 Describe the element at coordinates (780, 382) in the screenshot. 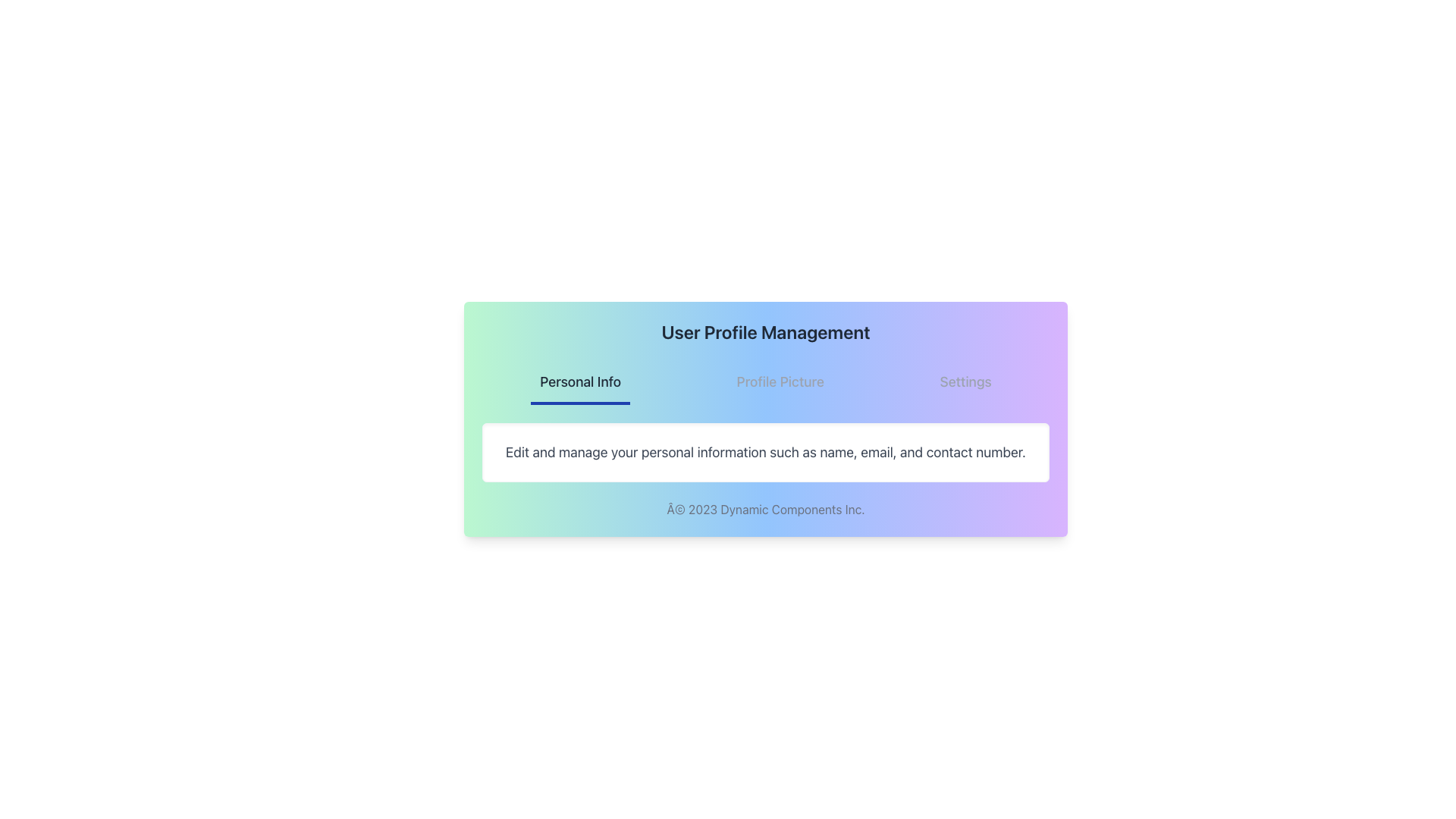

I see `the 'Profile Picture' button, which is styled with a gray font color and is the second item in a row of three options` at that location.